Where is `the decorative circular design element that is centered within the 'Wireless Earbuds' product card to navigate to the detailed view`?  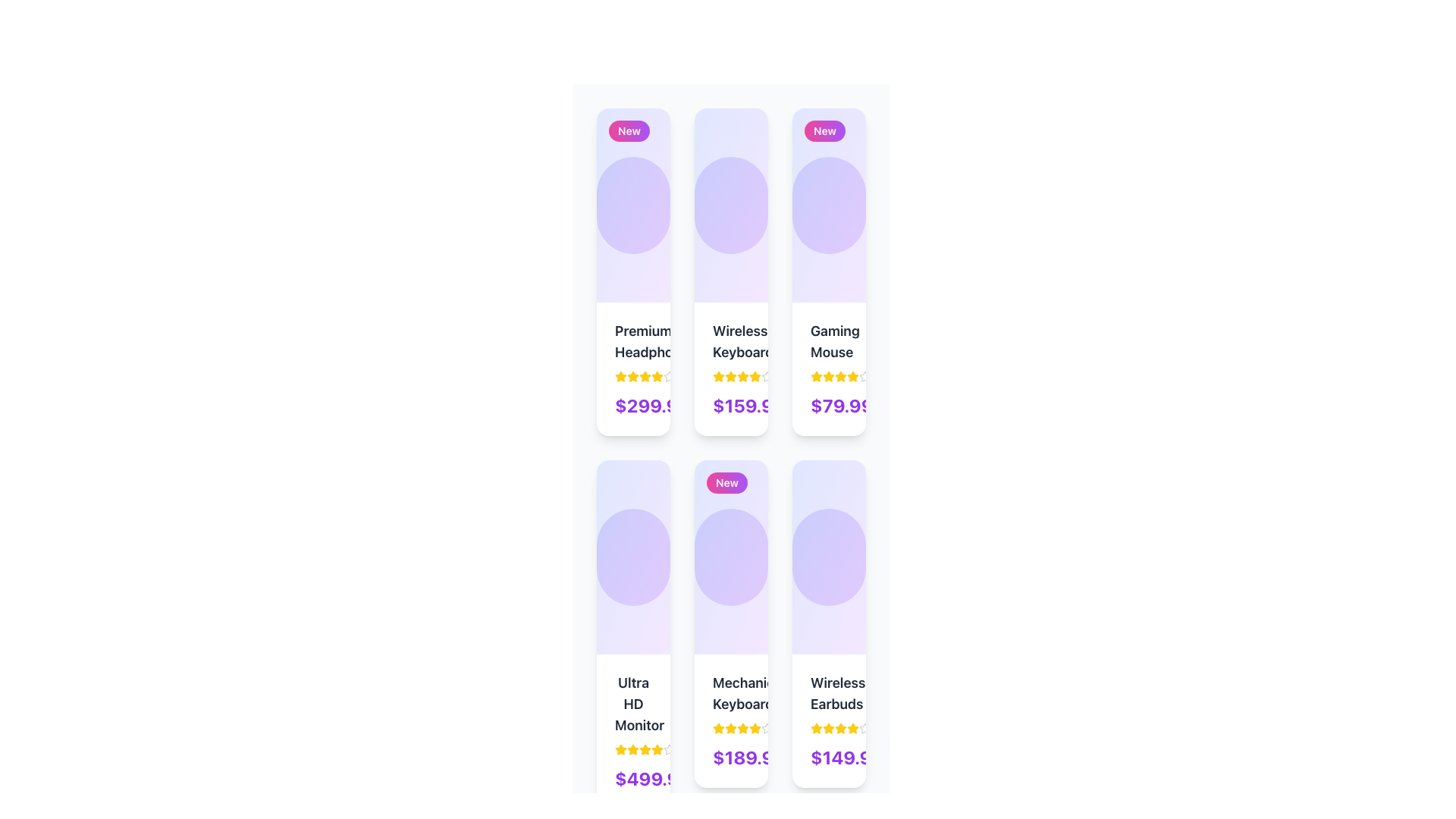 the decorative circular design element that is centered within the 'Wireless Earbuds' product card to navigate to the detailed view is located at coordinates (828, 557).